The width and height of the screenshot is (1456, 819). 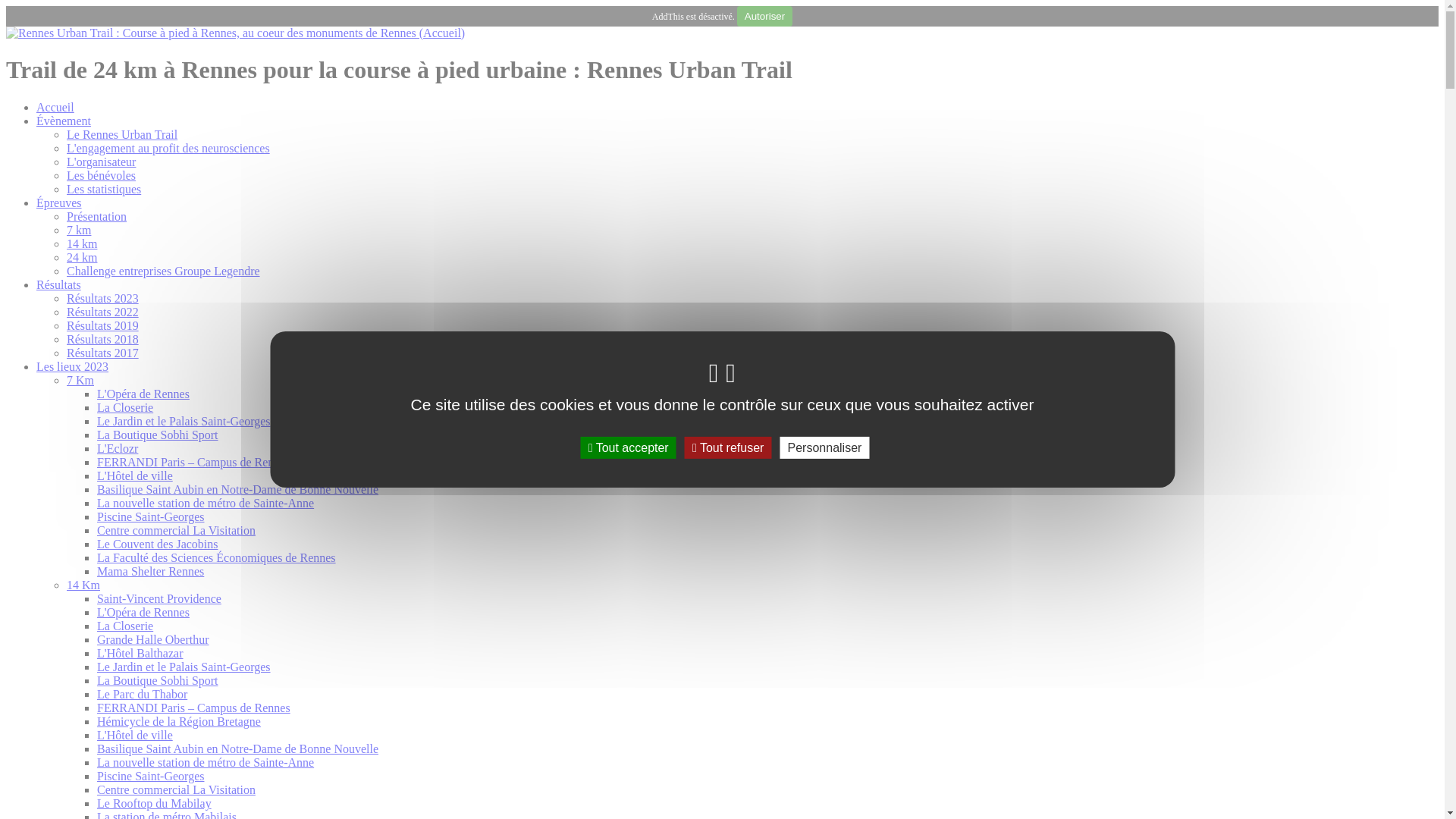 What do you see at coordinates (122, 133) in the screenshot?
I see `'Le Rennes Urban Trail'` at bounding box center [122, 133].